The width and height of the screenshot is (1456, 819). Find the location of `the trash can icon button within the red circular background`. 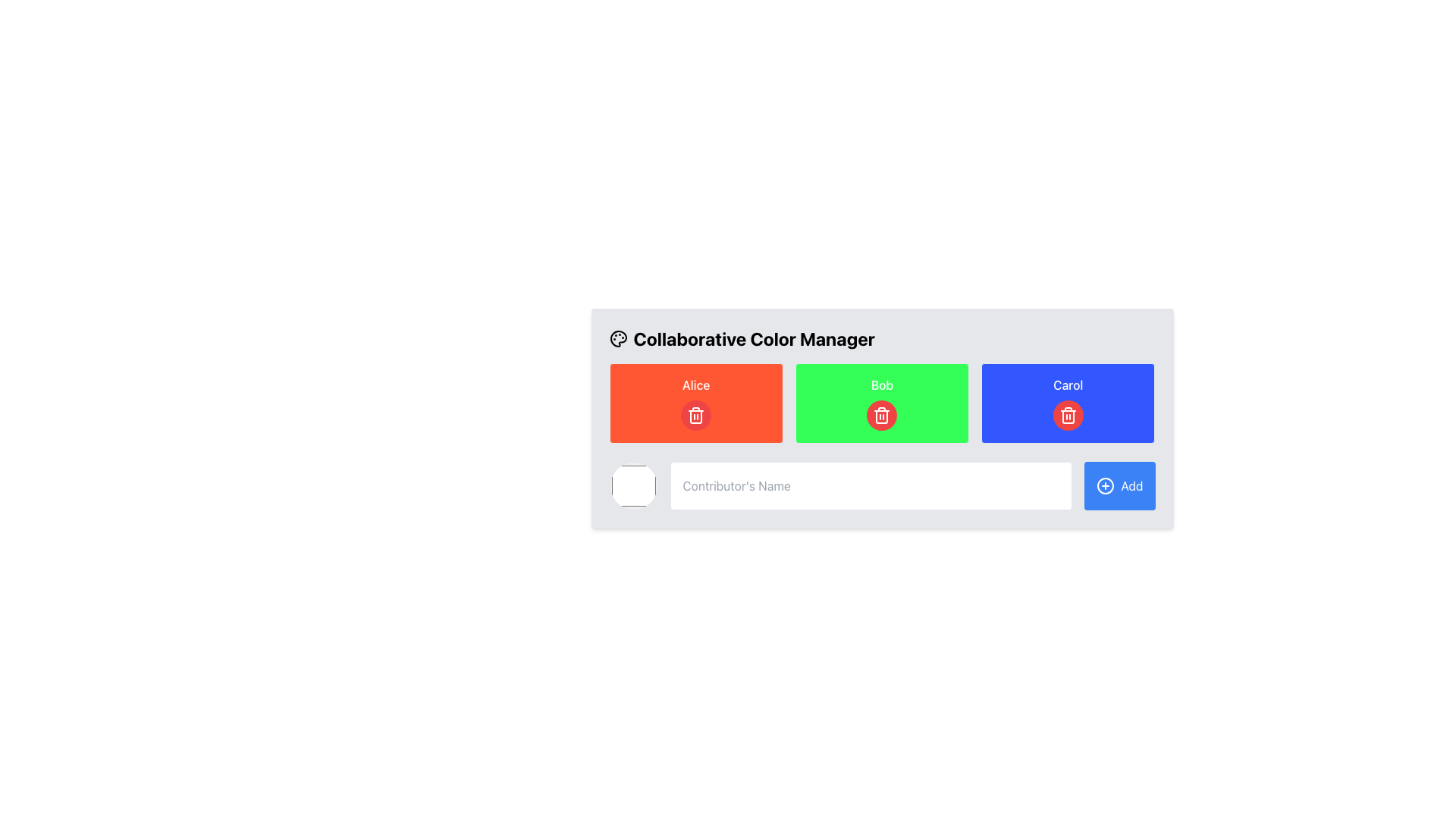

the trash can icon button within the red circular background is located at coordinates (695, 415).